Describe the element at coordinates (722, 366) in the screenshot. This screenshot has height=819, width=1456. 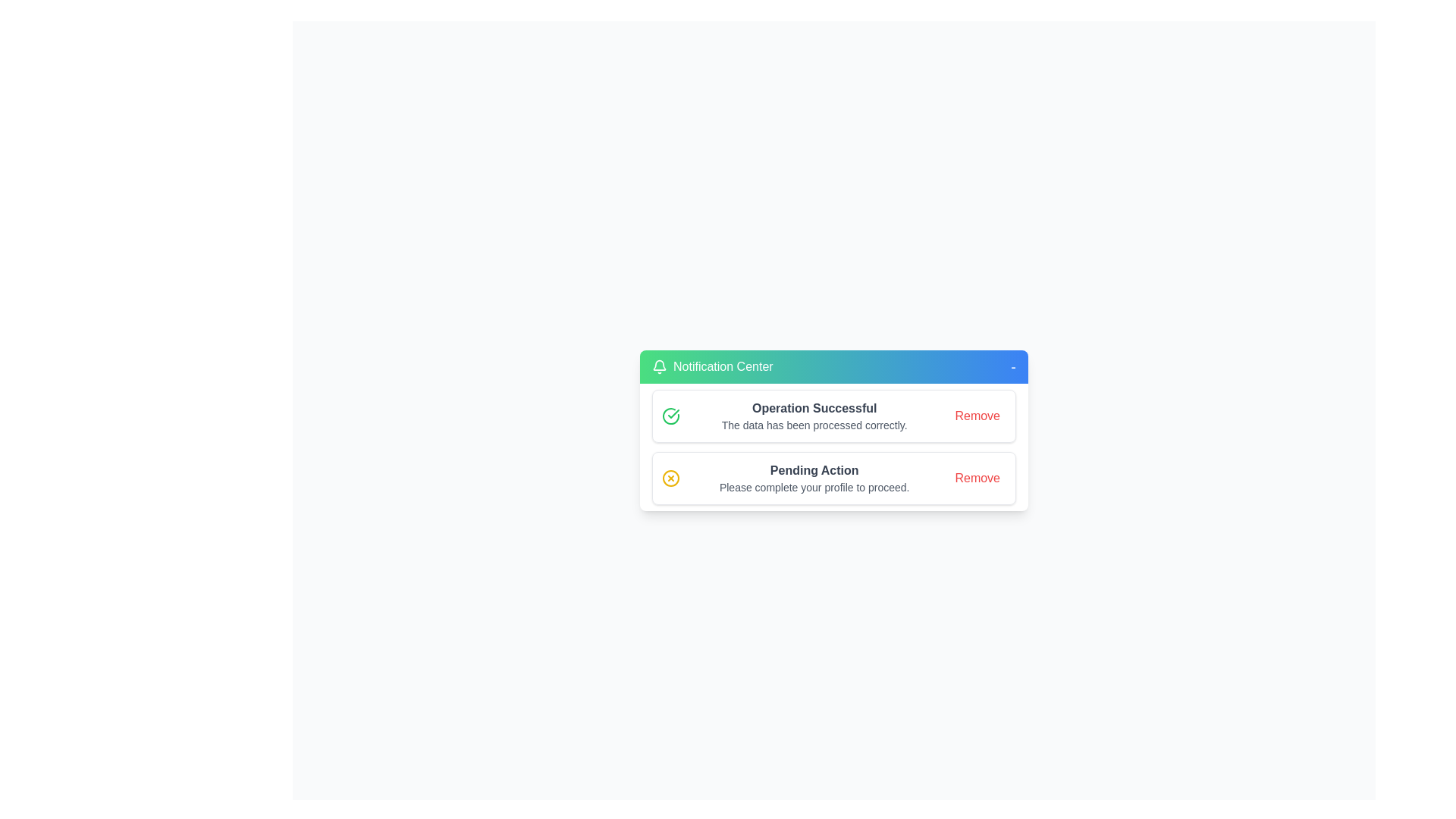
I see `the 'Notification Center' label displayed in white text against a gradient background, located near the upper-left side of the notification panel` at that location.